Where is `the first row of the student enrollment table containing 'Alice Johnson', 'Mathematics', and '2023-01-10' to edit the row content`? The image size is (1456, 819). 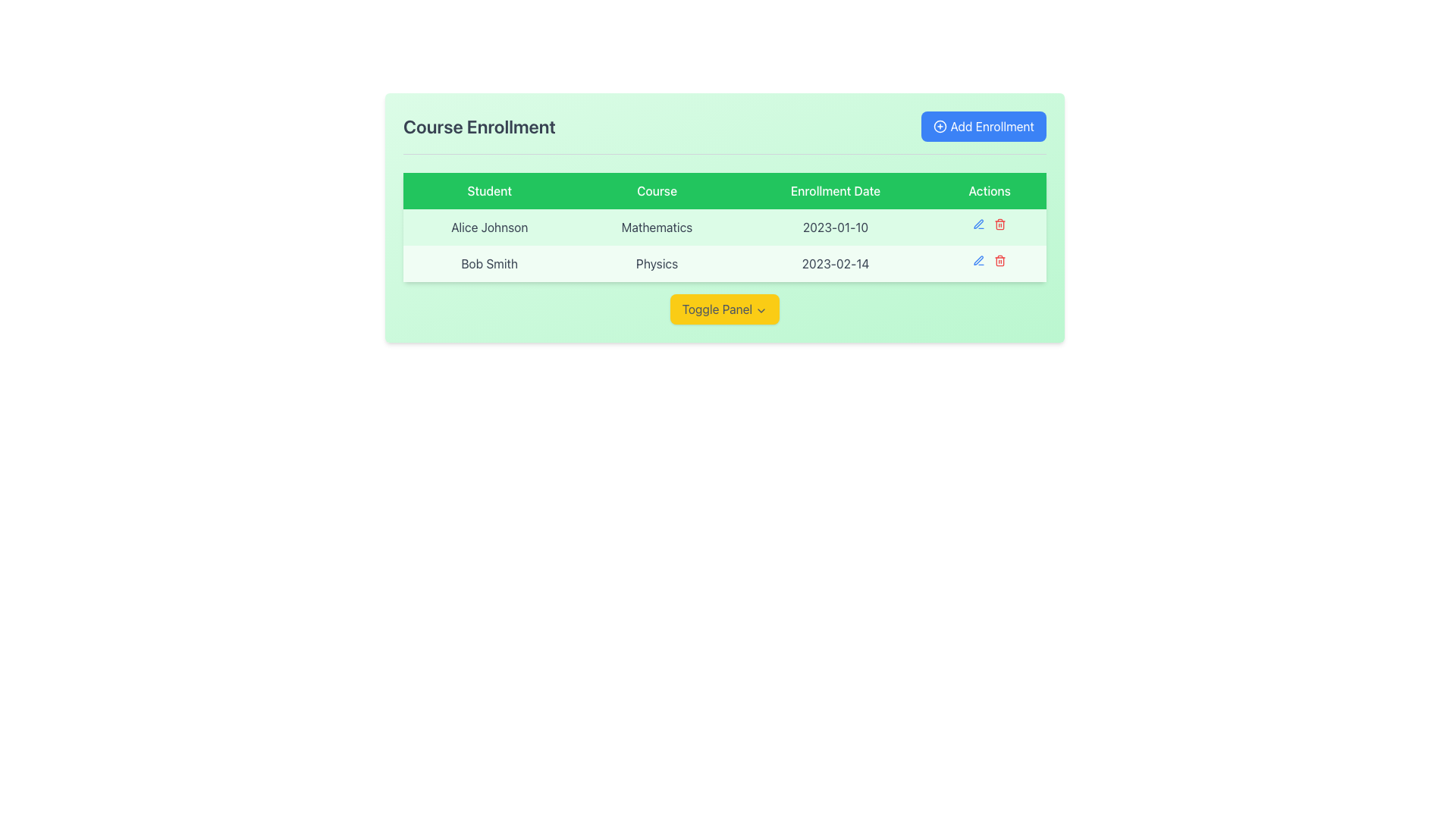
the first row of the student enrollment table containing 'Alice Johnson', 'Mathematics', and '2023-01-10' to edit the row content is located at coordinates (723, 218).